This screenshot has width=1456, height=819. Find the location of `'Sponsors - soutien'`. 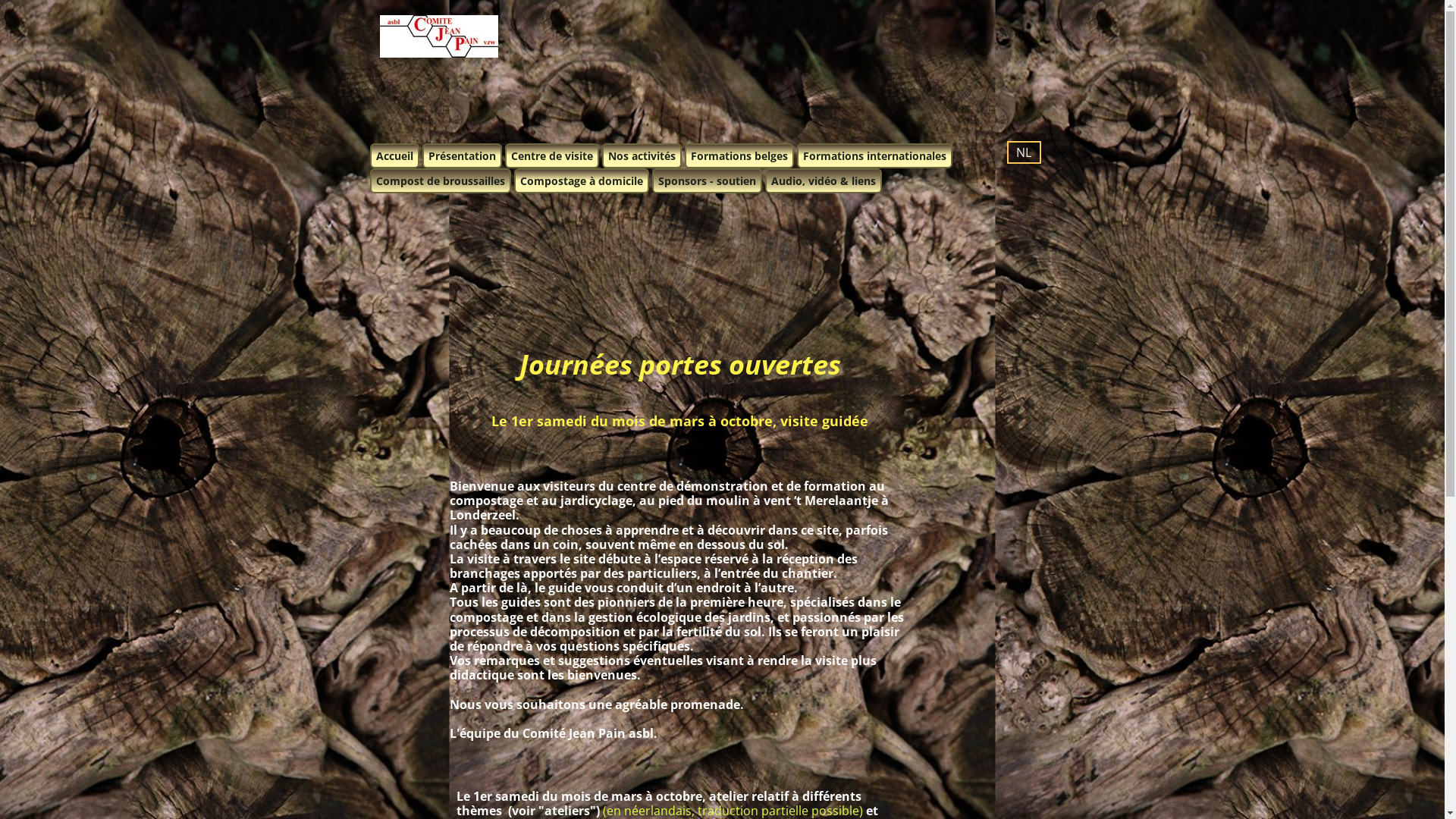

'Sponsors - soutien' is located at coordinates (706, 180).